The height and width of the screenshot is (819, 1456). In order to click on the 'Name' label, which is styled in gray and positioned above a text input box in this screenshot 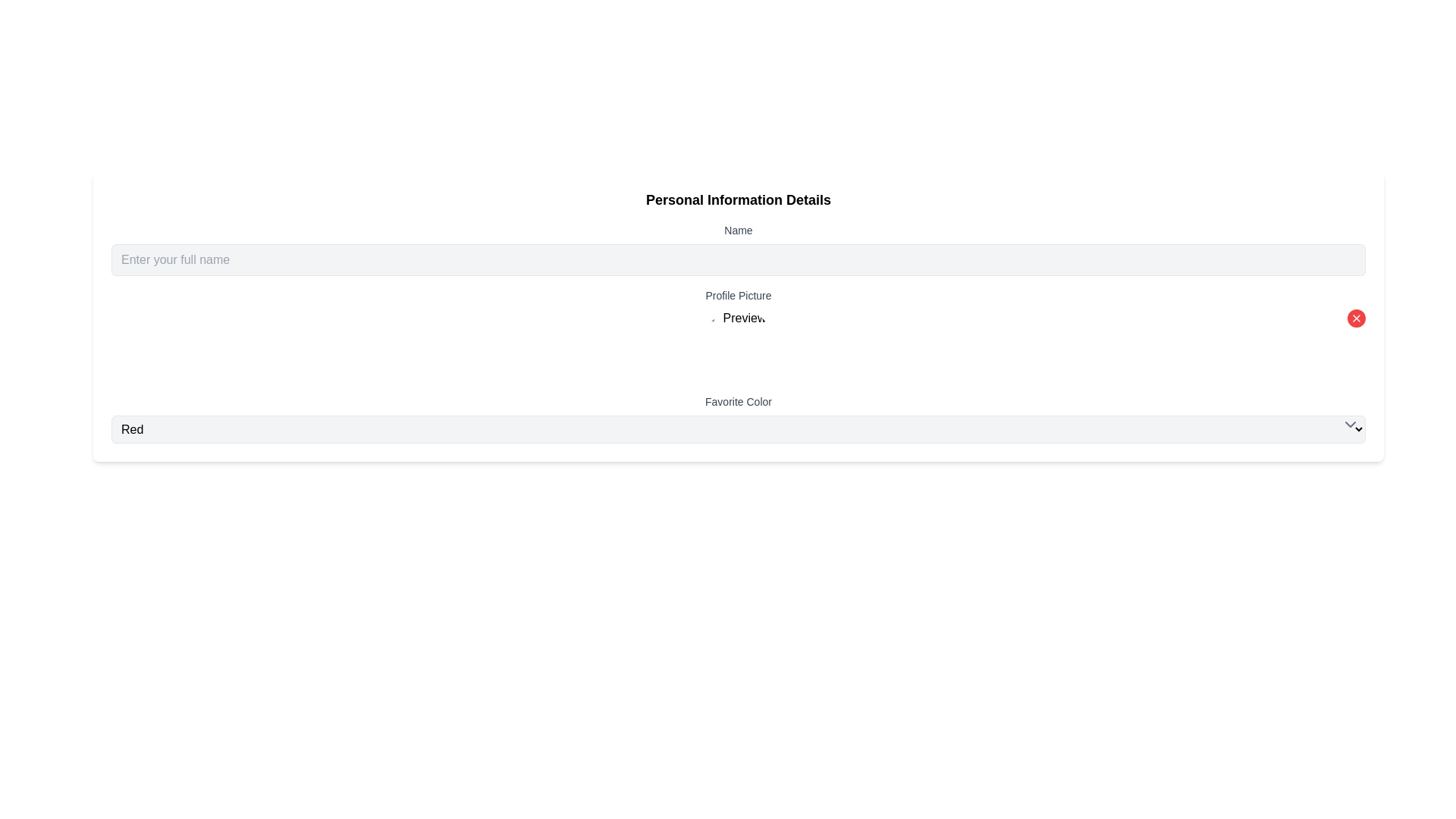, I will do `click(739, 231)`.